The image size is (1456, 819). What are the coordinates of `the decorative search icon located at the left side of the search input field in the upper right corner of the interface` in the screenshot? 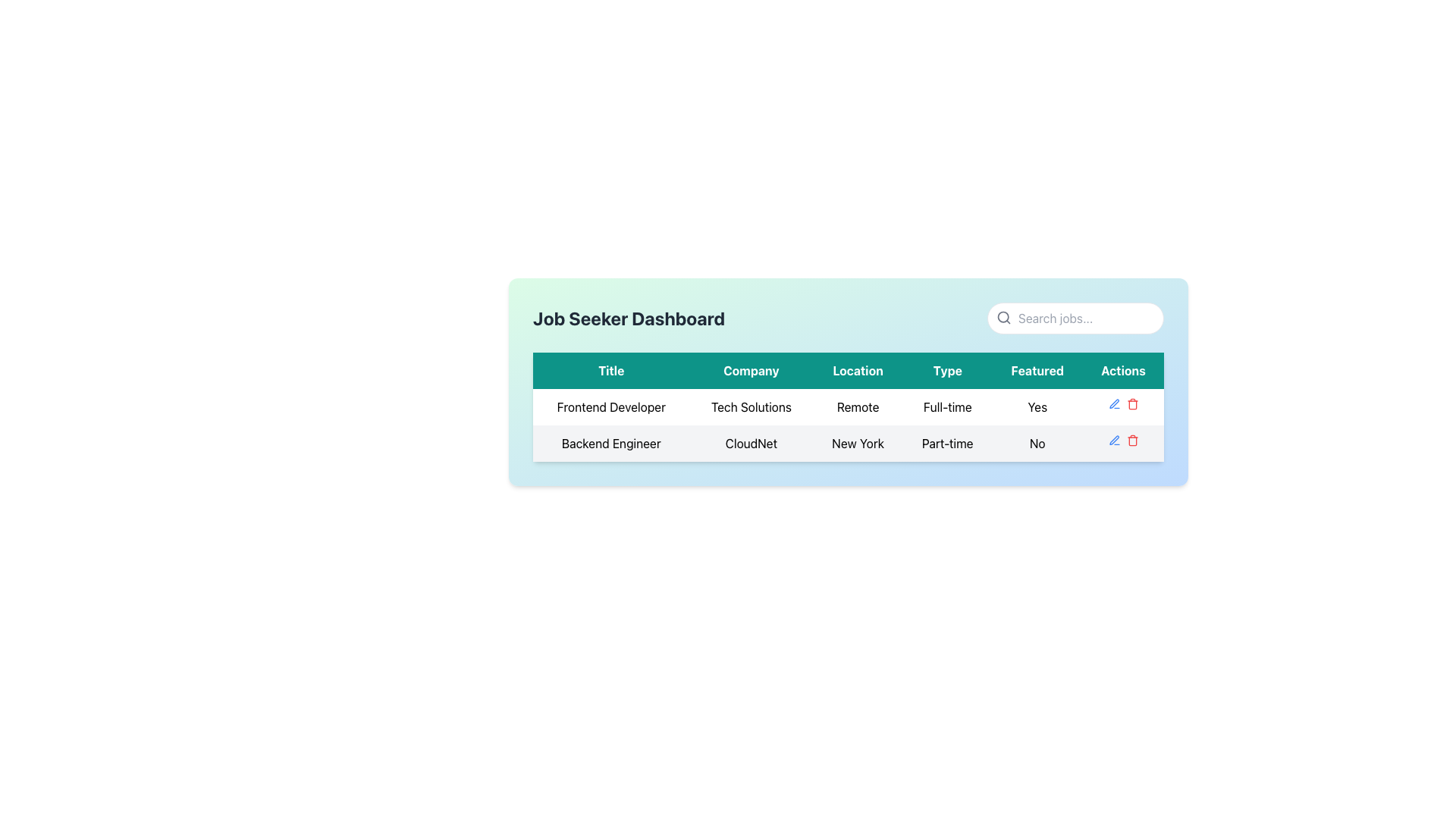 It's located at (1004, 317).